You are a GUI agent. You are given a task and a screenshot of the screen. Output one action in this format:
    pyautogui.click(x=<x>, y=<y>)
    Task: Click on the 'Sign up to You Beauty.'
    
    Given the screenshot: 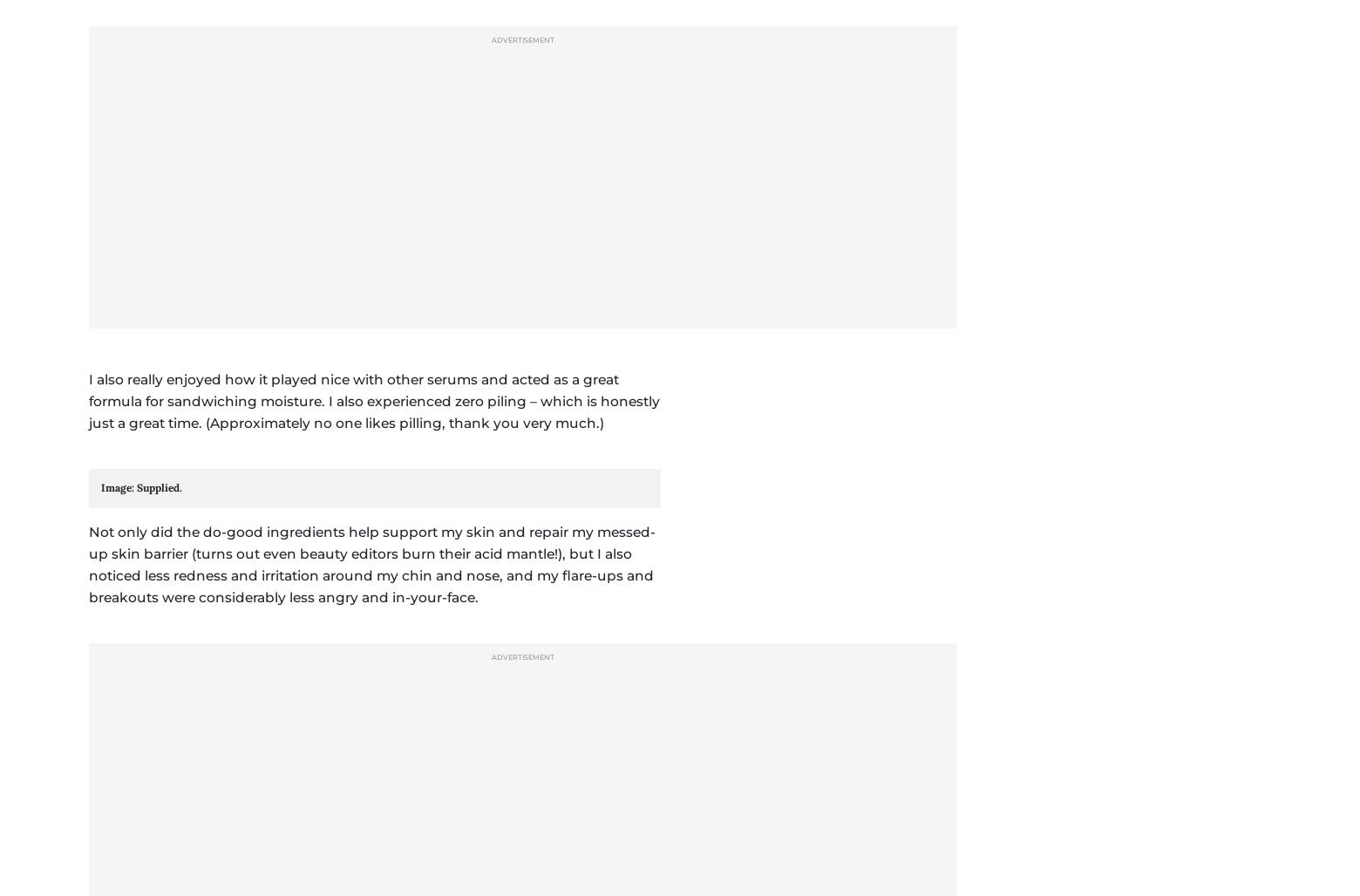 What is the action you would take?
    pyautogui.click(x=405, y=456)
    